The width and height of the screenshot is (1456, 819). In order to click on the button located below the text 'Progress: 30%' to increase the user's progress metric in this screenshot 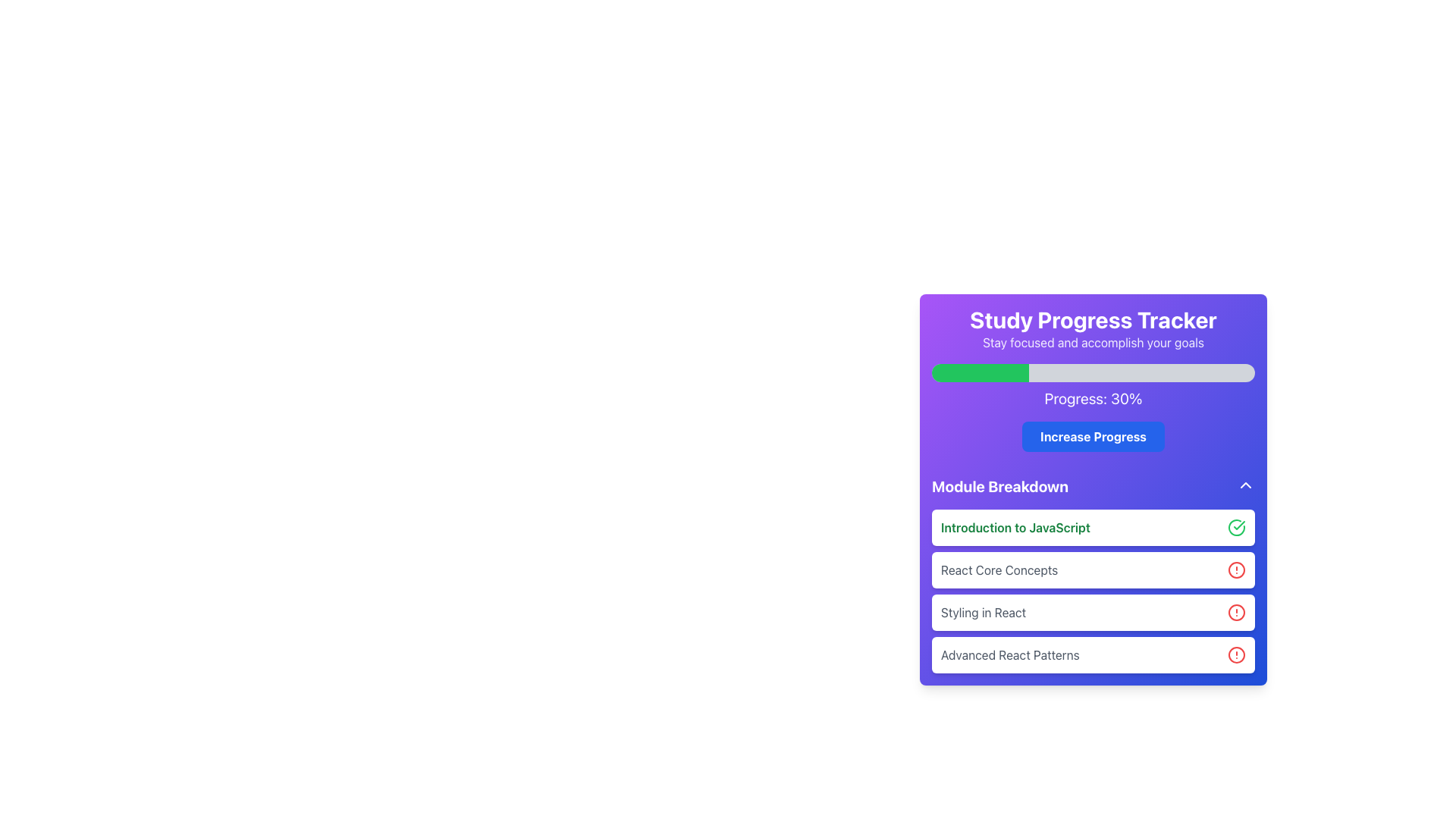, I will do `click(1093, 436)`.